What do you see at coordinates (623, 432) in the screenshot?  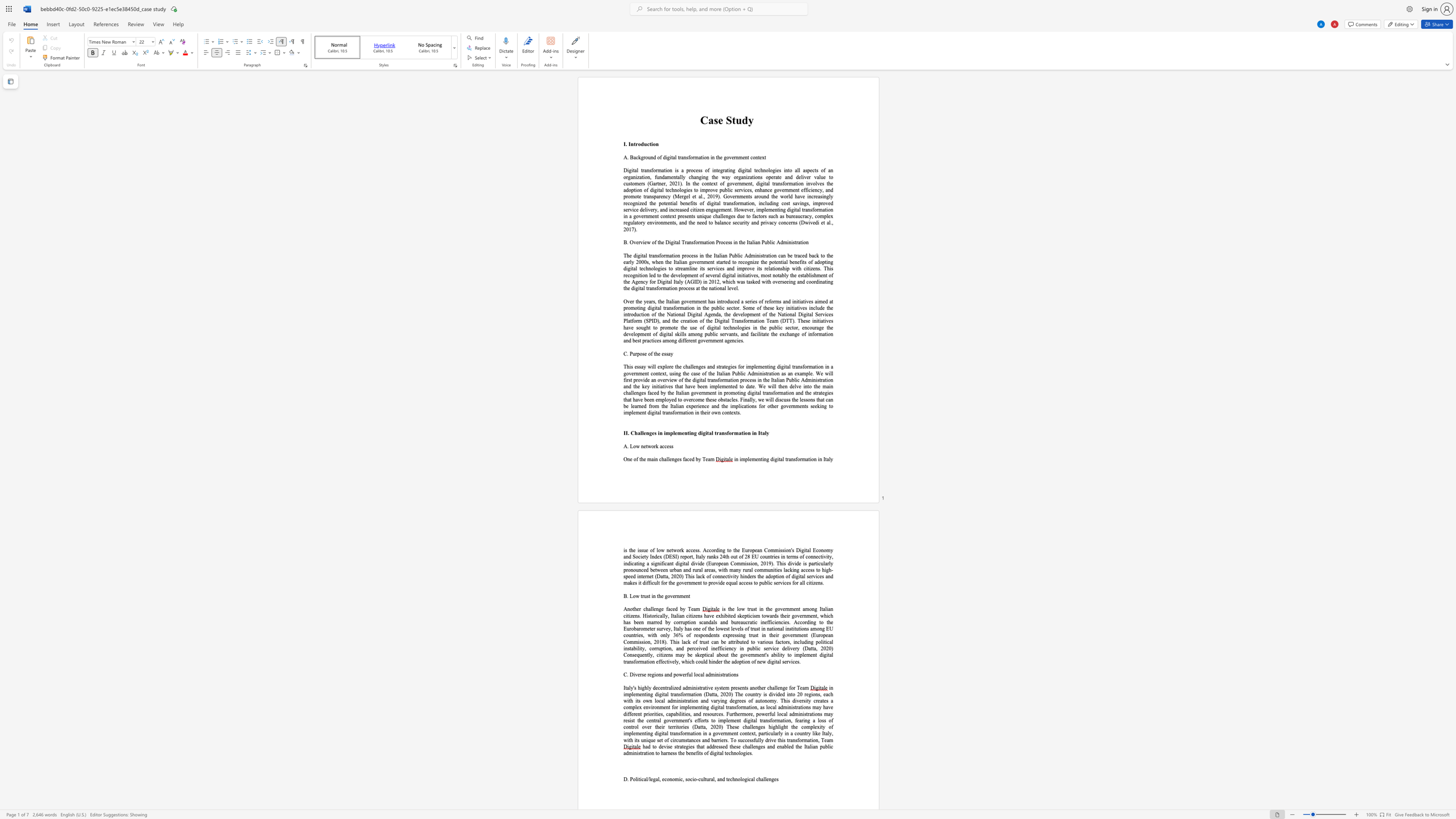 I see `the subset text "II. Challenges in implement" within the text "II. Challenges in implementing digital transformation in Italy"` at bounding box center [623, 432].